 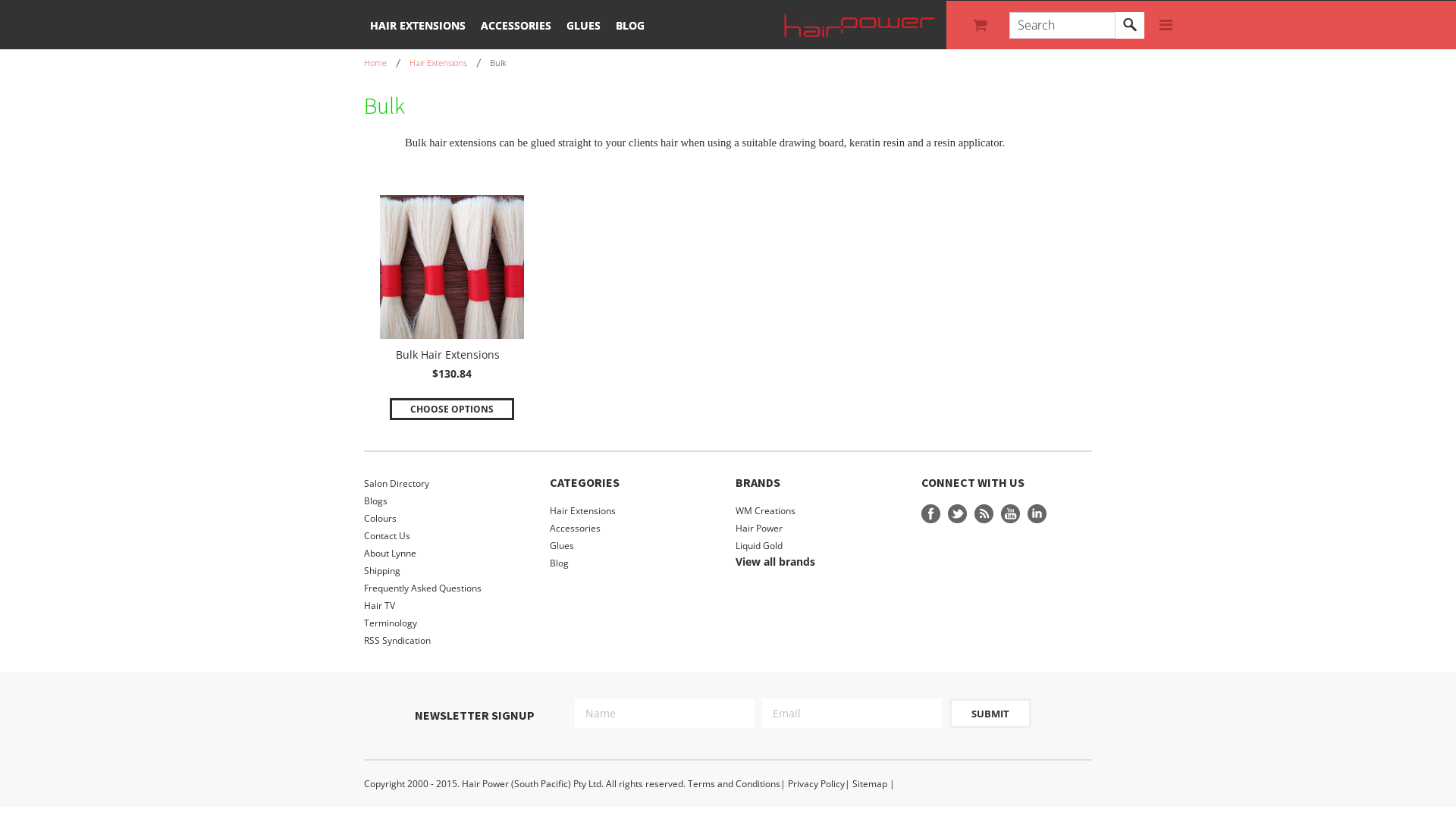 I want to click on 'Contact Us', so click(x=448, y=535).